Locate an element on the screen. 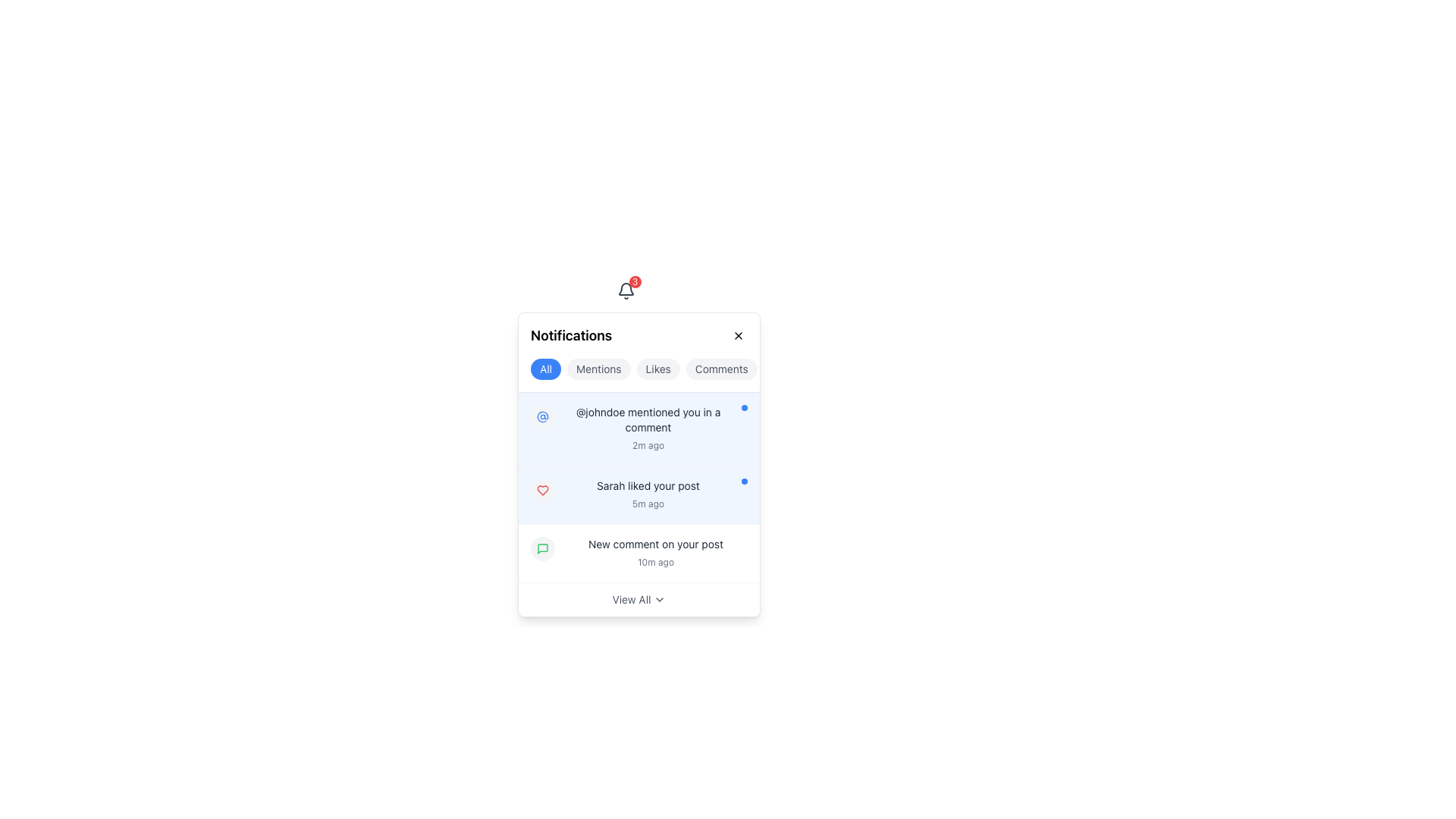 The image size is (1456, 819). the circular icon with a light gray background and a red heart symbol, located in the notification entry stating 'Sarah liked your post.' is located at coordinates (542, 491).